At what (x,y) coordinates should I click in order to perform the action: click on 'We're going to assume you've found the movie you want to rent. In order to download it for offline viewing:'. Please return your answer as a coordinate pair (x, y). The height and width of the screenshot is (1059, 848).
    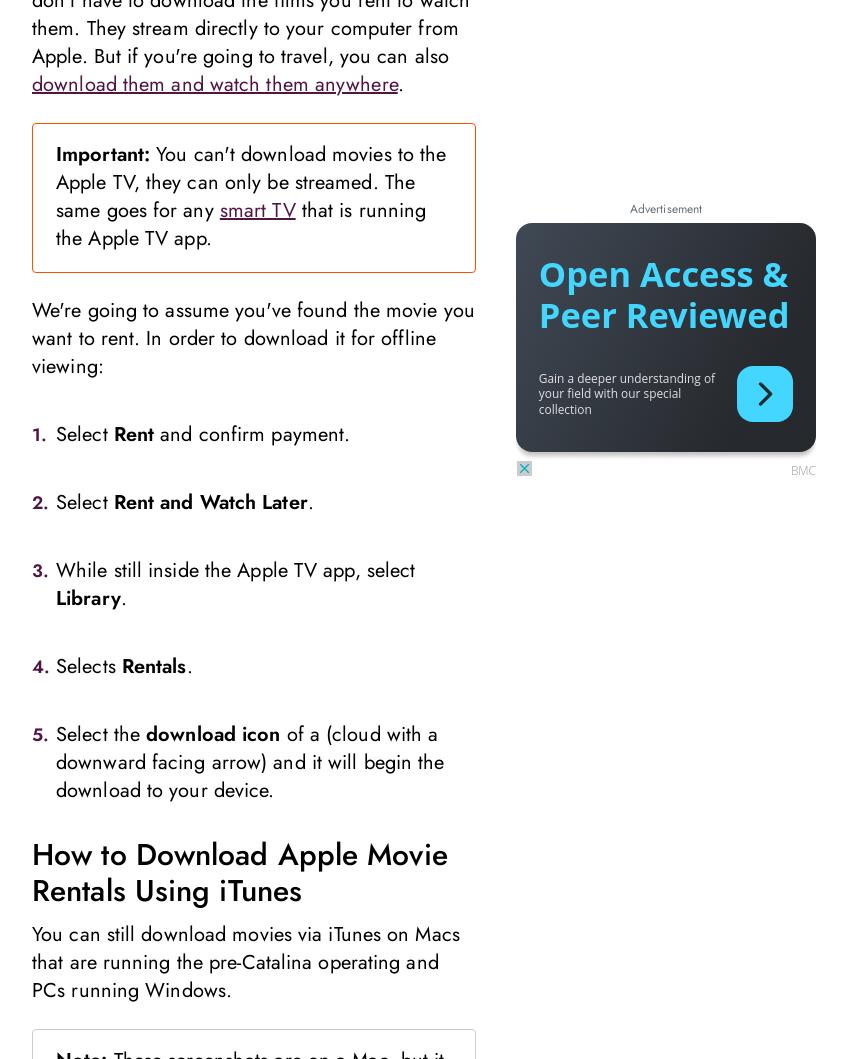
    Looking at the image, I should click on (30, 336).